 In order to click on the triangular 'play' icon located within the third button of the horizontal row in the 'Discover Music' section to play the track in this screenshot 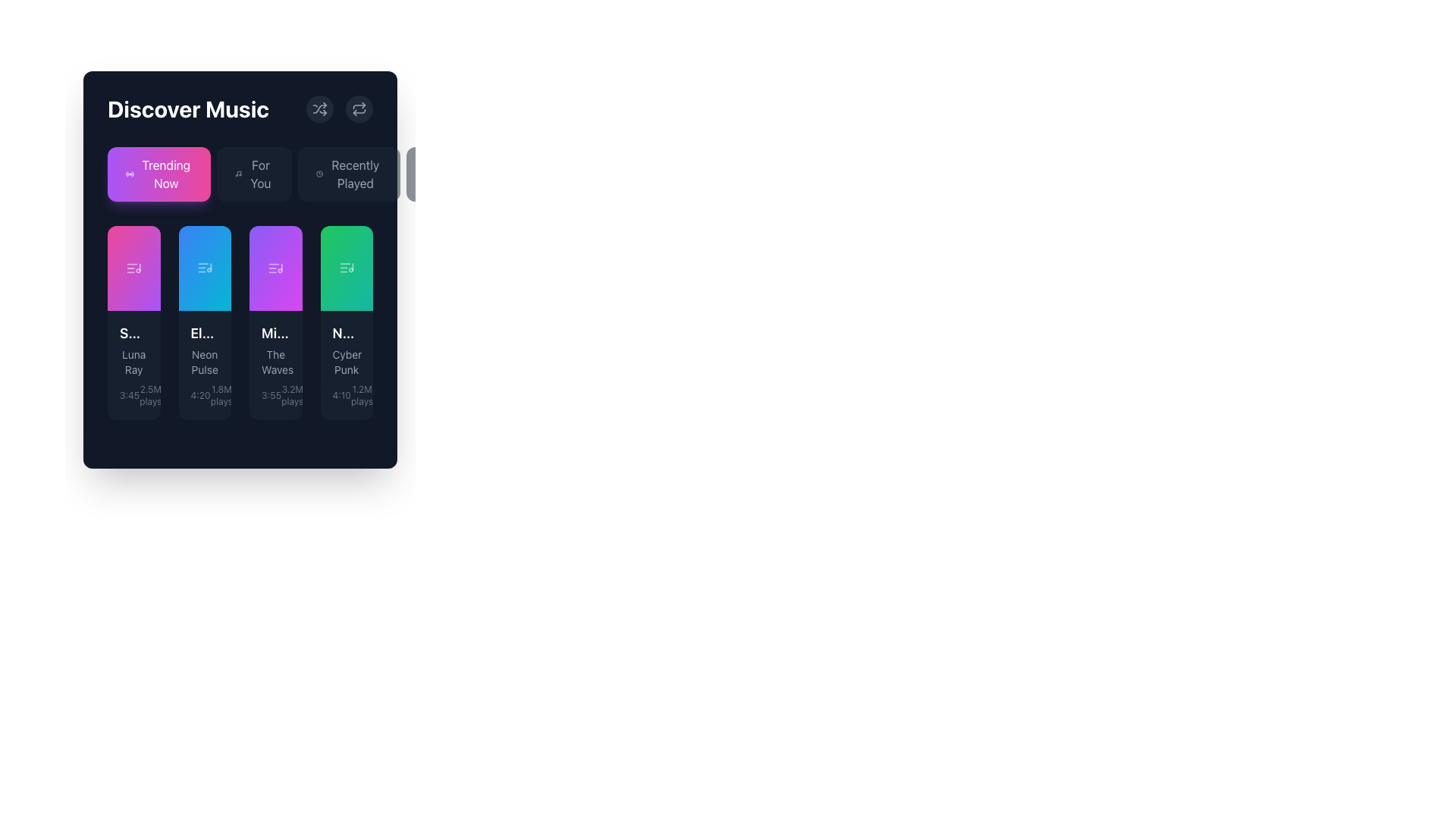, I will do `click(277, 268)`.